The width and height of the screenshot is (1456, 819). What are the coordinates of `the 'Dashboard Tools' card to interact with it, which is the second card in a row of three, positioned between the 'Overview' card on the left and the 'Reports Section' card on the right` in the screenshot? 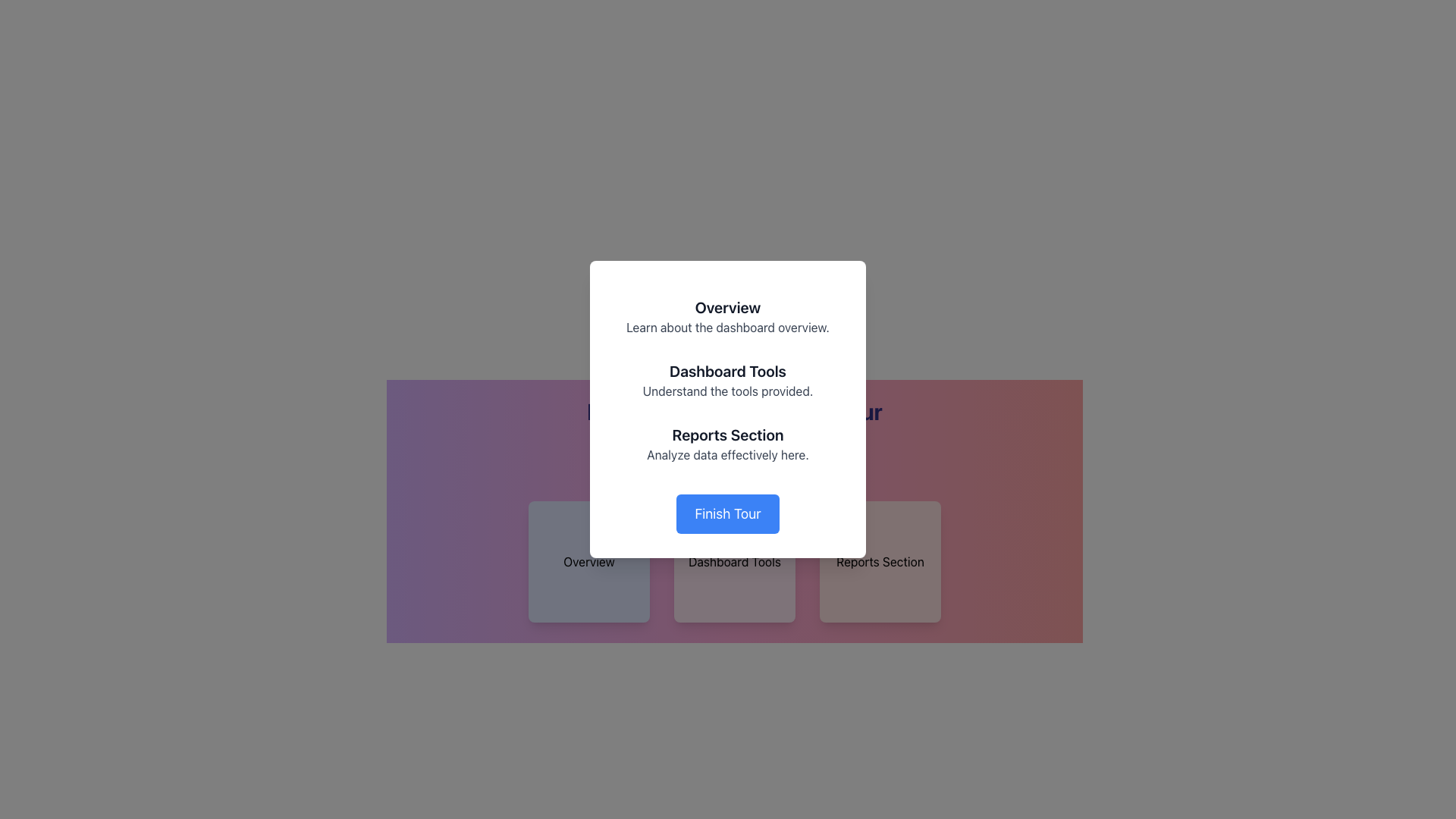 It's located at (735, 561).